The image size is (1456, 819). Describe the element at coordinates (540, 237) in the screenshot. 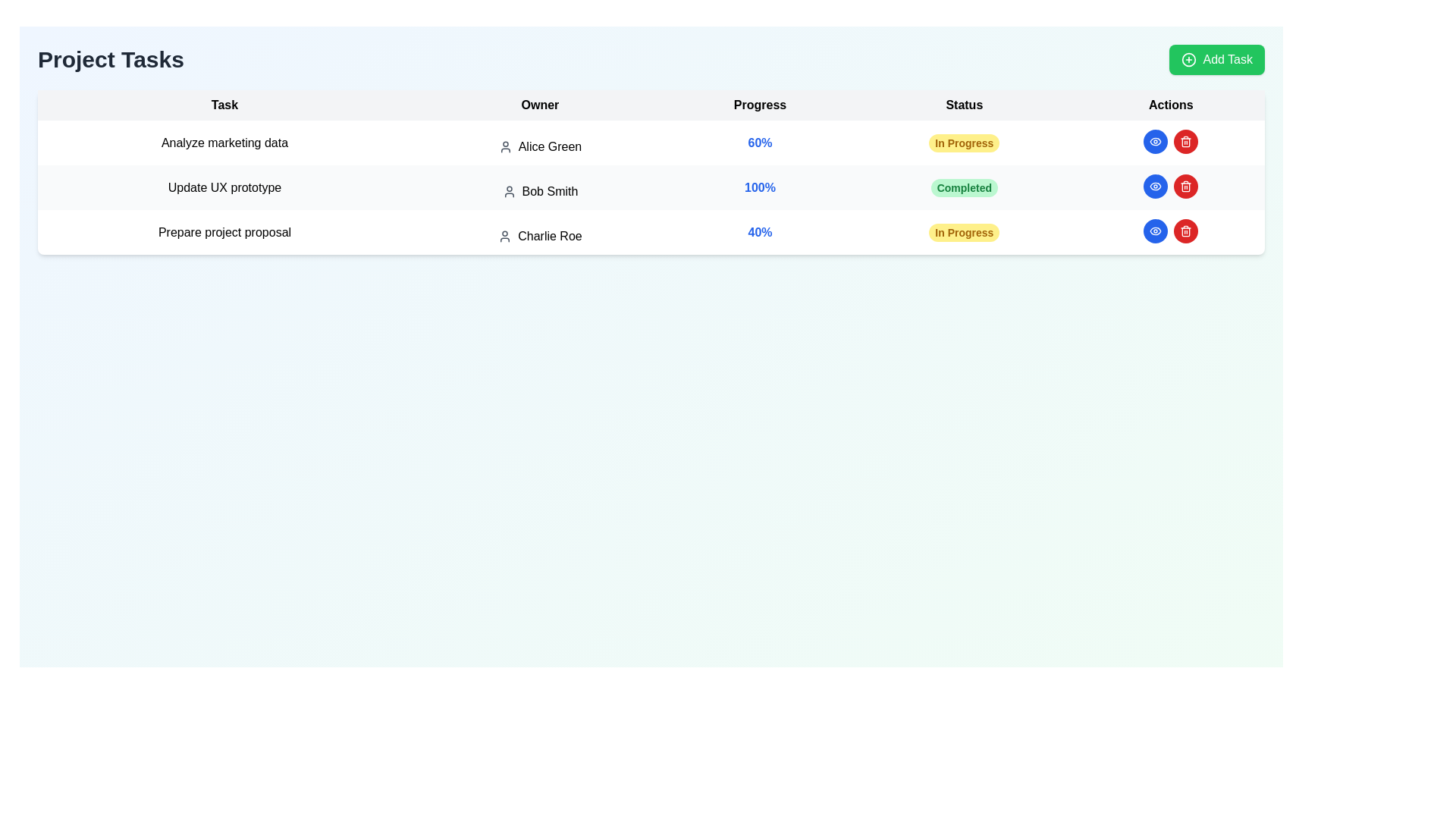

I see `the 'Charlie Roe' text with icon located in the 'Owner' column of the third row in the table, associated with the task 'Prepare project proposal'` at that location.